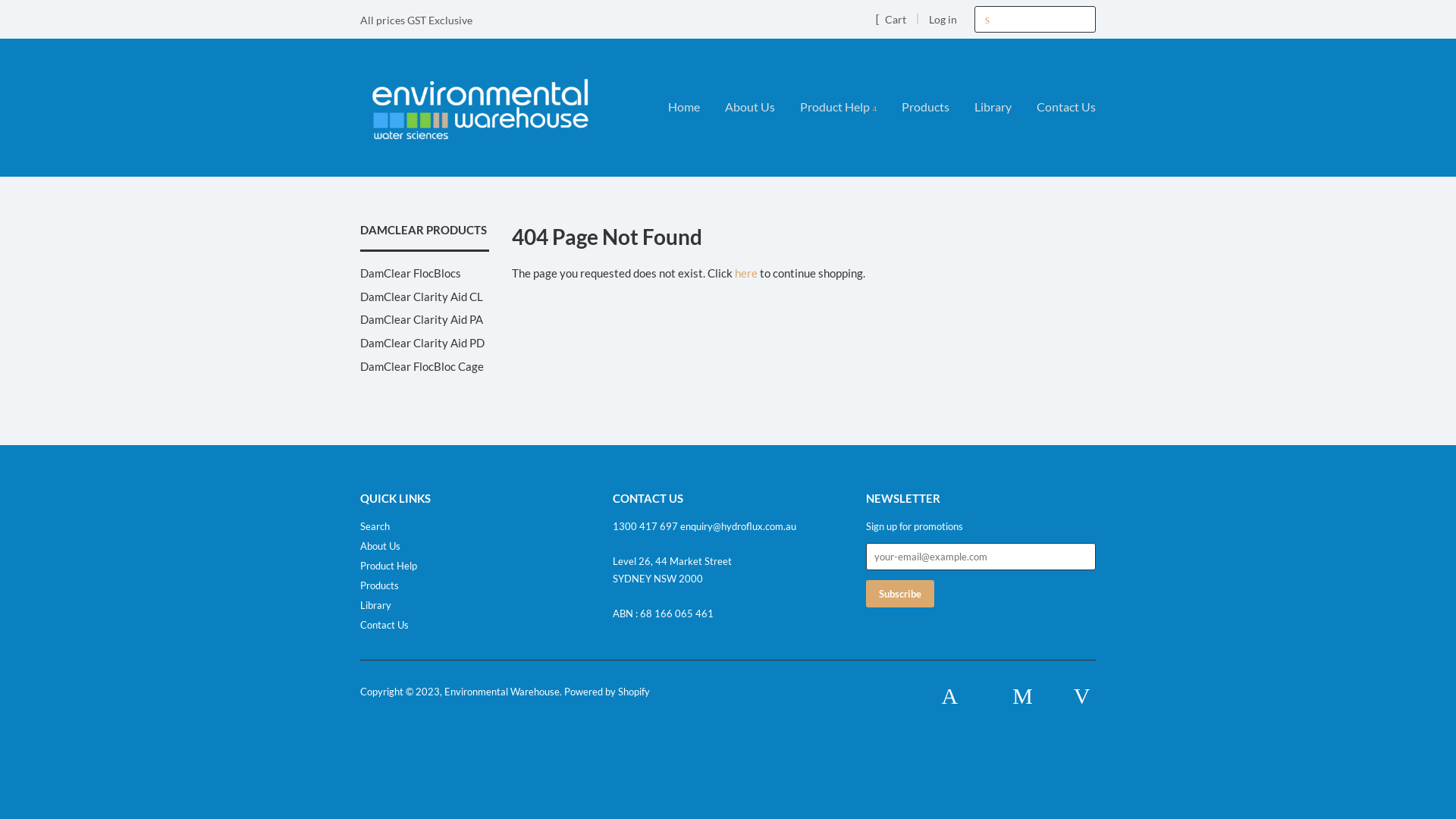 The image size is (1456, 819). Describe the element at coordinates (607, 691) in the screenshot. I see `'Powered by Shopify'` at that location.